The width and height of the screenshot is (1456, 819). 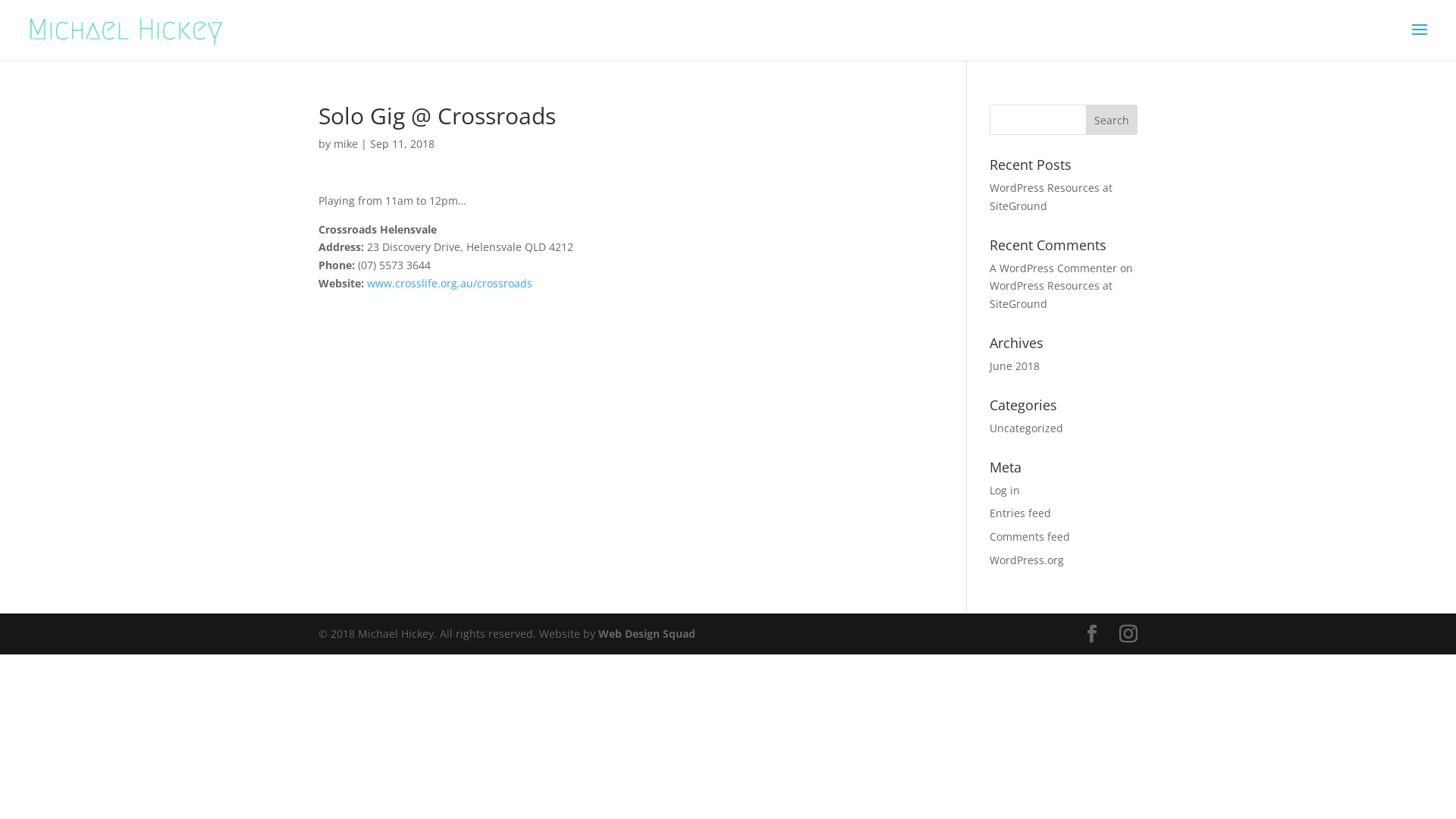 I want to click on 'Uncategorized', so click(x=1026, y=428).